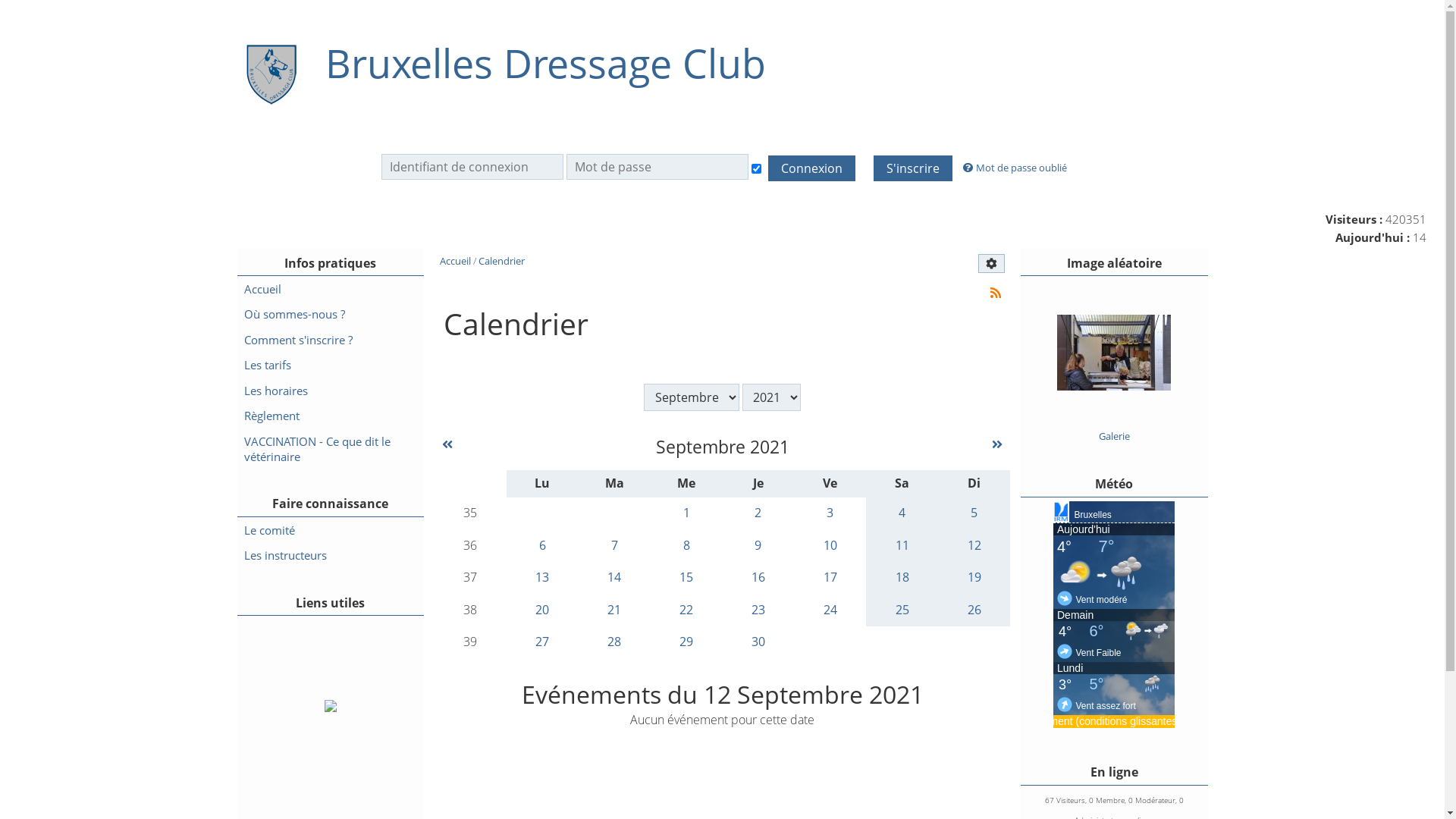  What do you see at coordinates (997, 444) in the screenshot?
I see `'Octobre 2021'` at bounding box center [997, 444].